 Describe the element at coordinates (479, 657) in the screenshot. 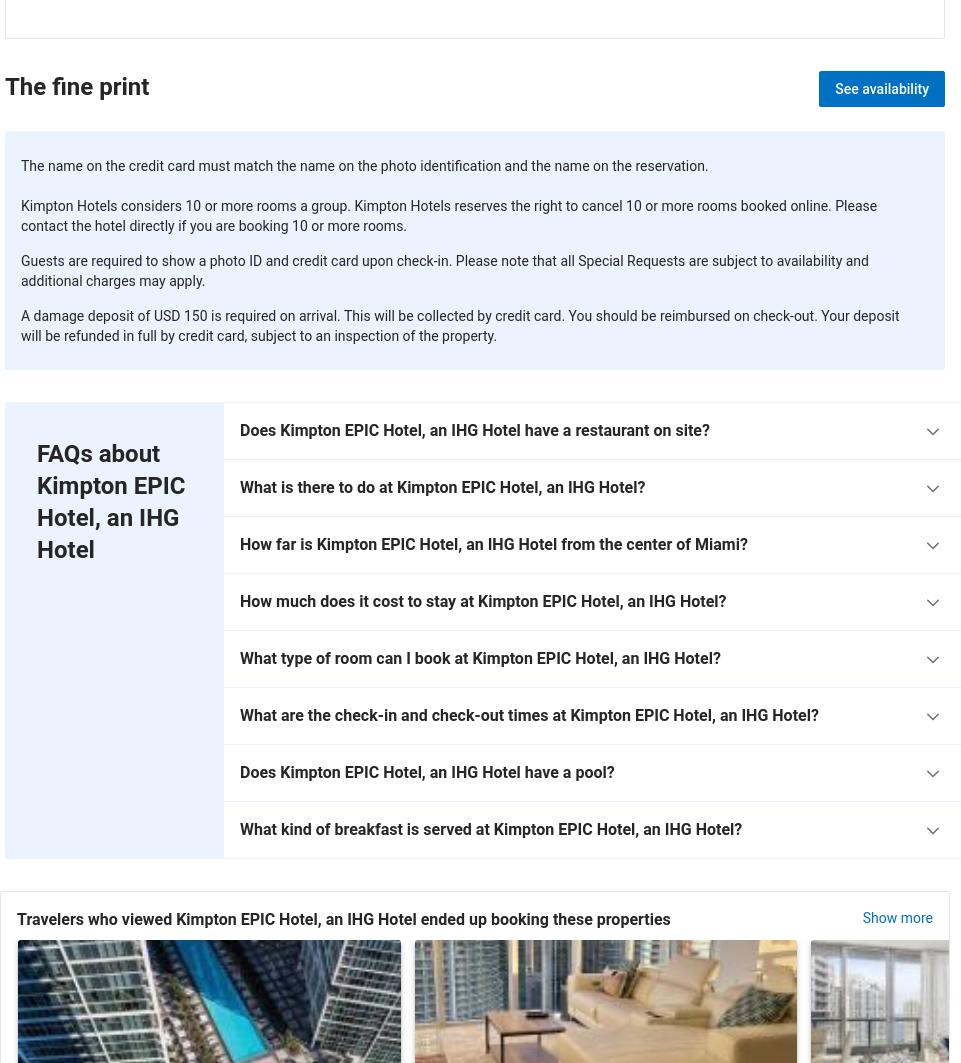

I see `'What type of room can I book at Kimpton EPIC Hotel, an IHG Hotel?'` at that location.